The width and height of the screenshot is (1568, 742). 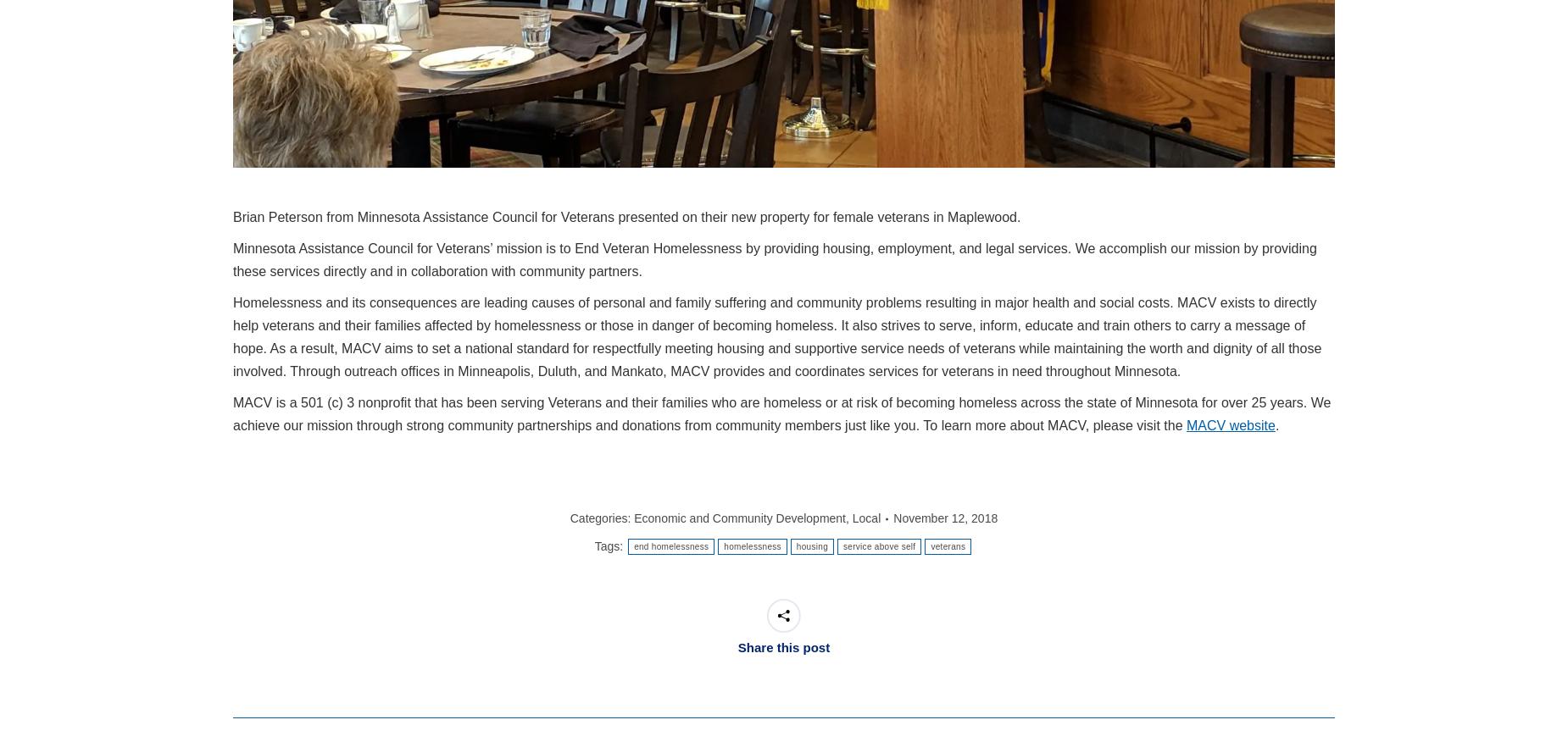 What do you see at coordinates (810, 546) in the screenshot?
I see `'housing'` at bounding box center [810, 546].